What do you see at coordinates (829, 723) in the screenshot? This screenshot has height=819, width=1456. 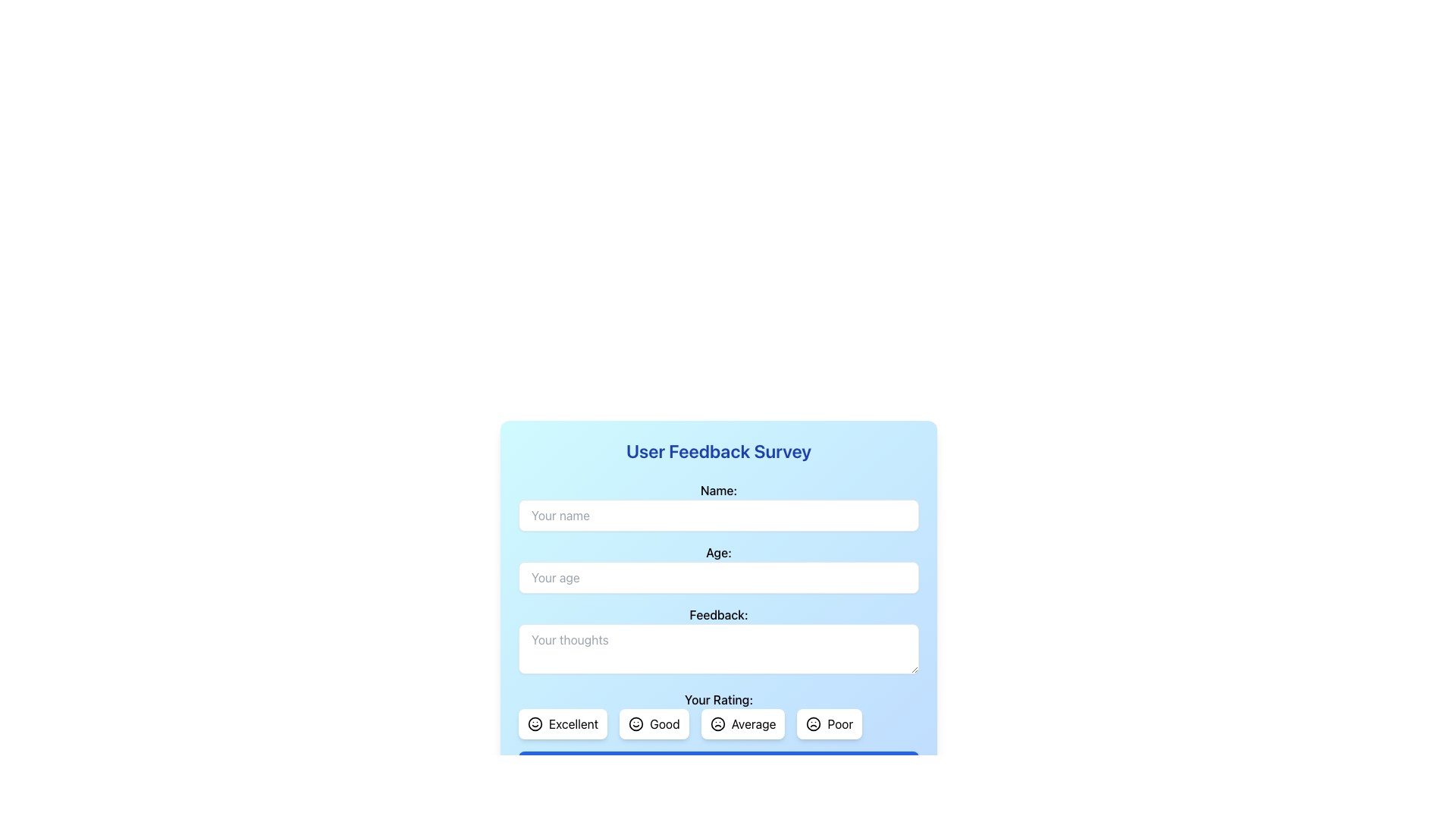 I see `the button labeled 'Poor' with a frowning face icon, which is the fourth button in a series of four horizontally arranged buttons at the bottom of the survey form` at bounding box center [829, 723].